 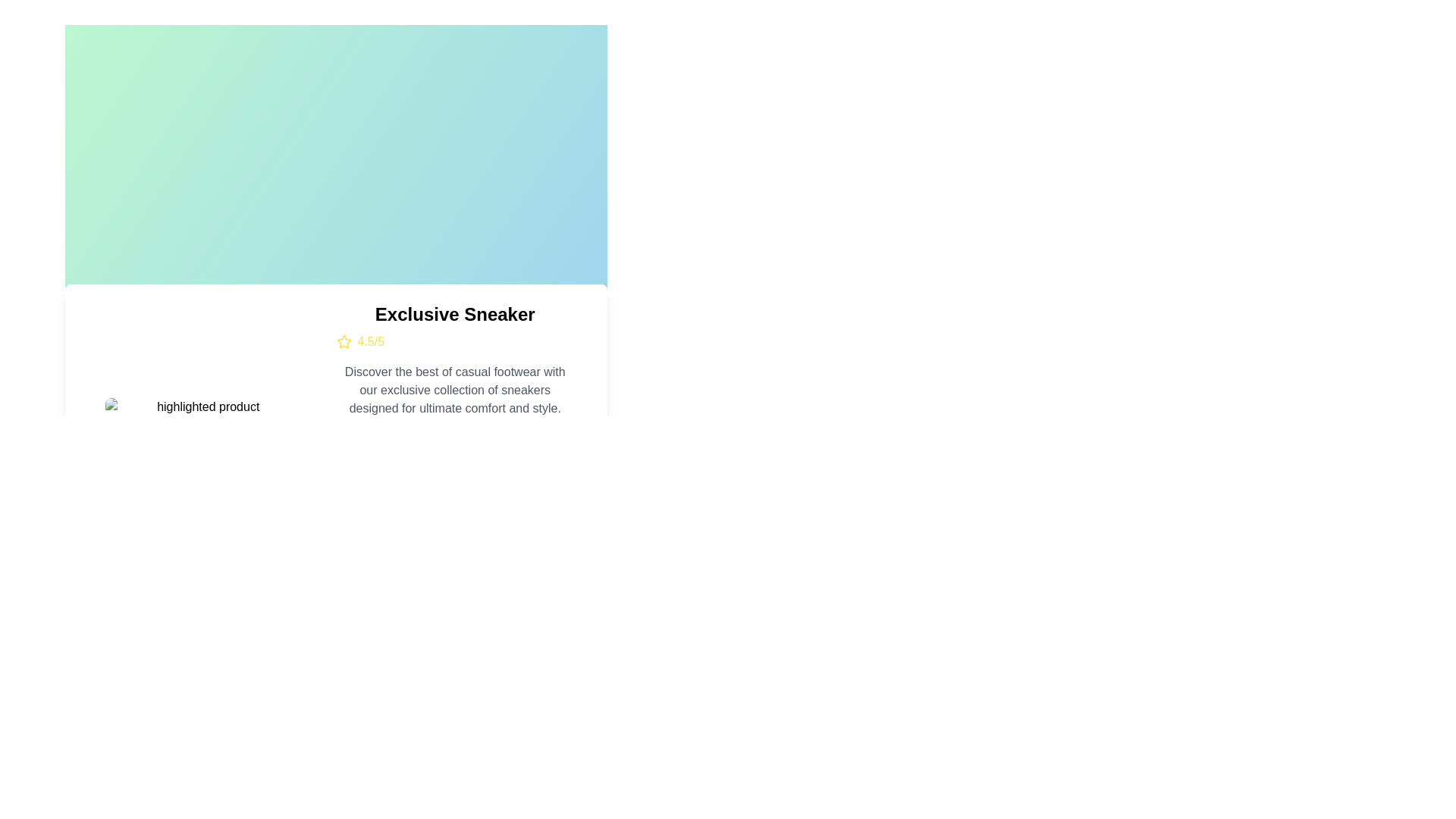 What do you see at coordinates (343, 342) in the screenshot?
I see `the star rating icon located on the left side of the rating element displaying '4.5/5'` at bounding box center [343, 342].